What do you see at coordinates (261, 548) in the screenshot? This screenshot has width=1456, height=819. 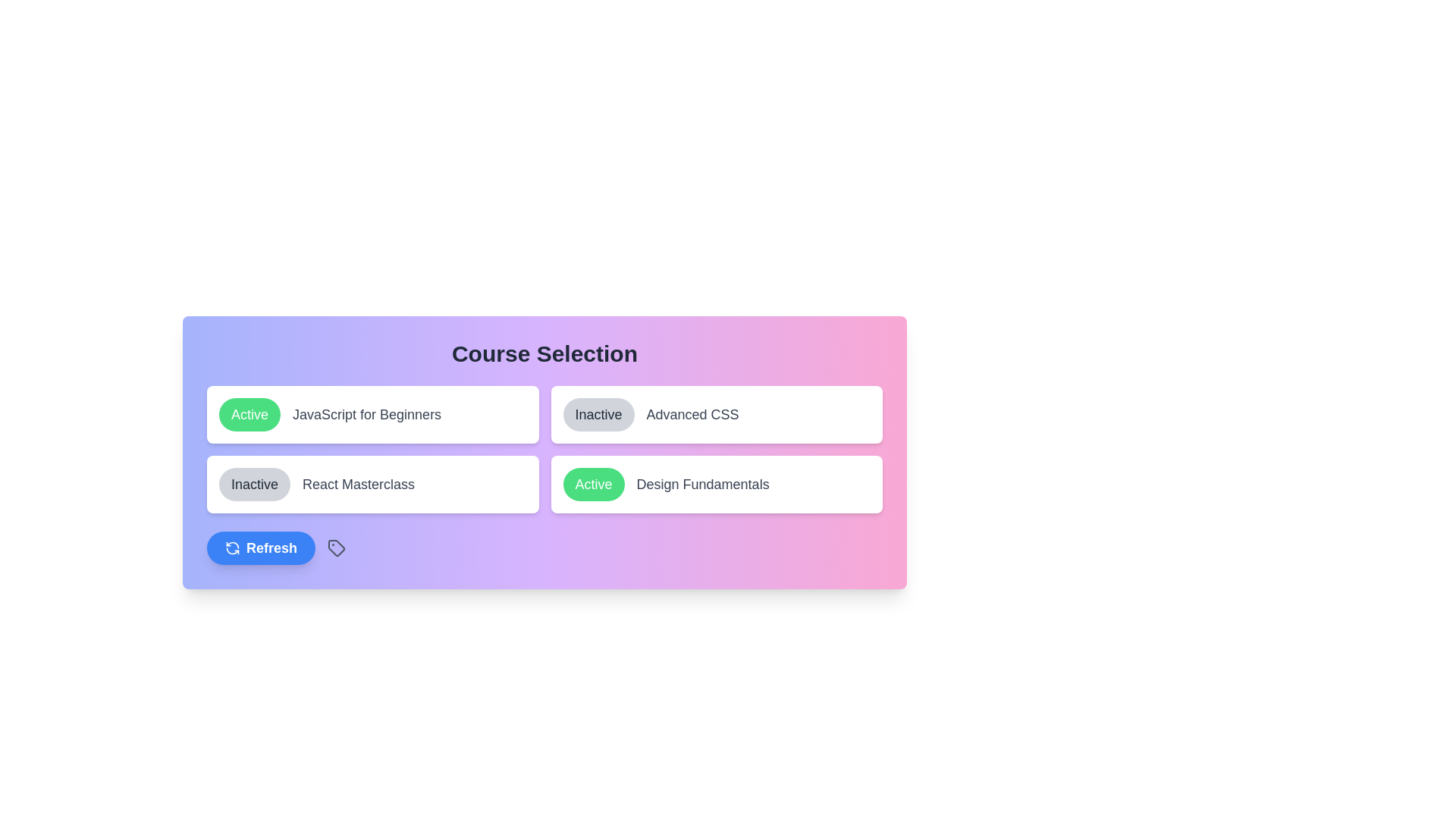 I see `the refresh button located in the bottom-left section of the main interface to observe its hover state effect` at bounding box center [261, 548].